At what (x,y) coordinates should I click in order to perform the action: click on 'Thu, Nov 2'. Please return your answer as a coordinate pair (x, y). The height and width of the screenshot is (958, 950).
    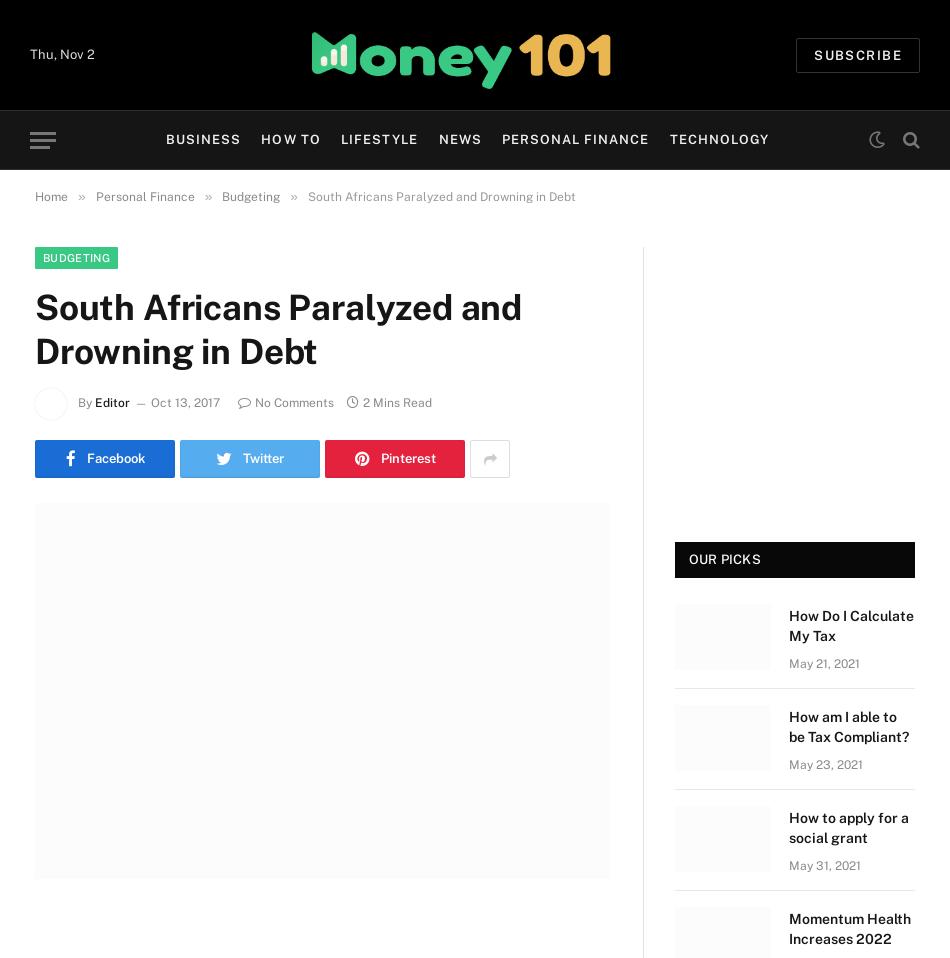
    Looking at the image, I should click on (62, 53).